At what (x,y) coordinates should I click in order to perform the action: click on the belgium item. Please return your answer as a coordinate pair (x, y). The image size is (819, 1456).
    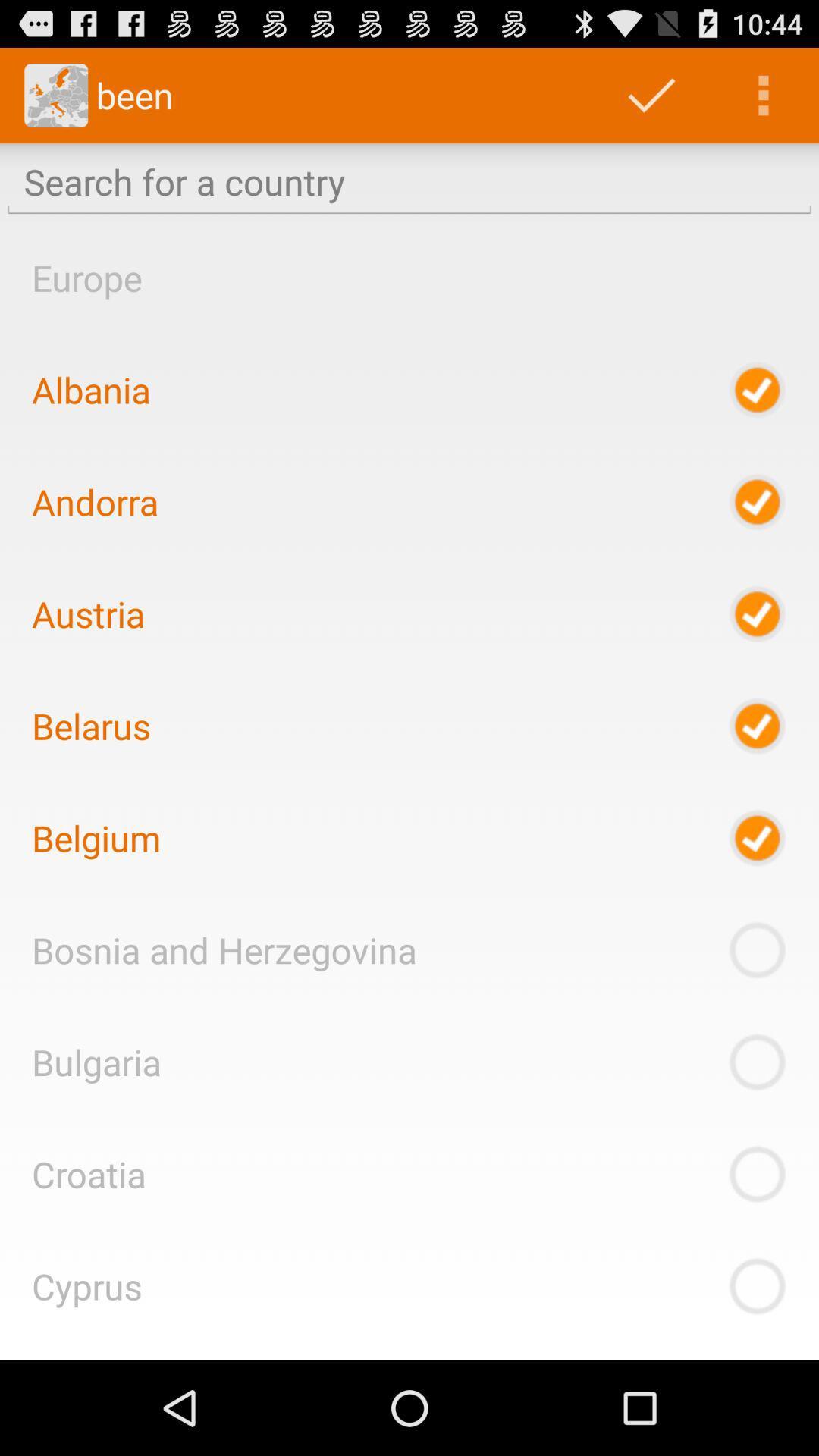
    Looking at the image, I should click on (96, 837).